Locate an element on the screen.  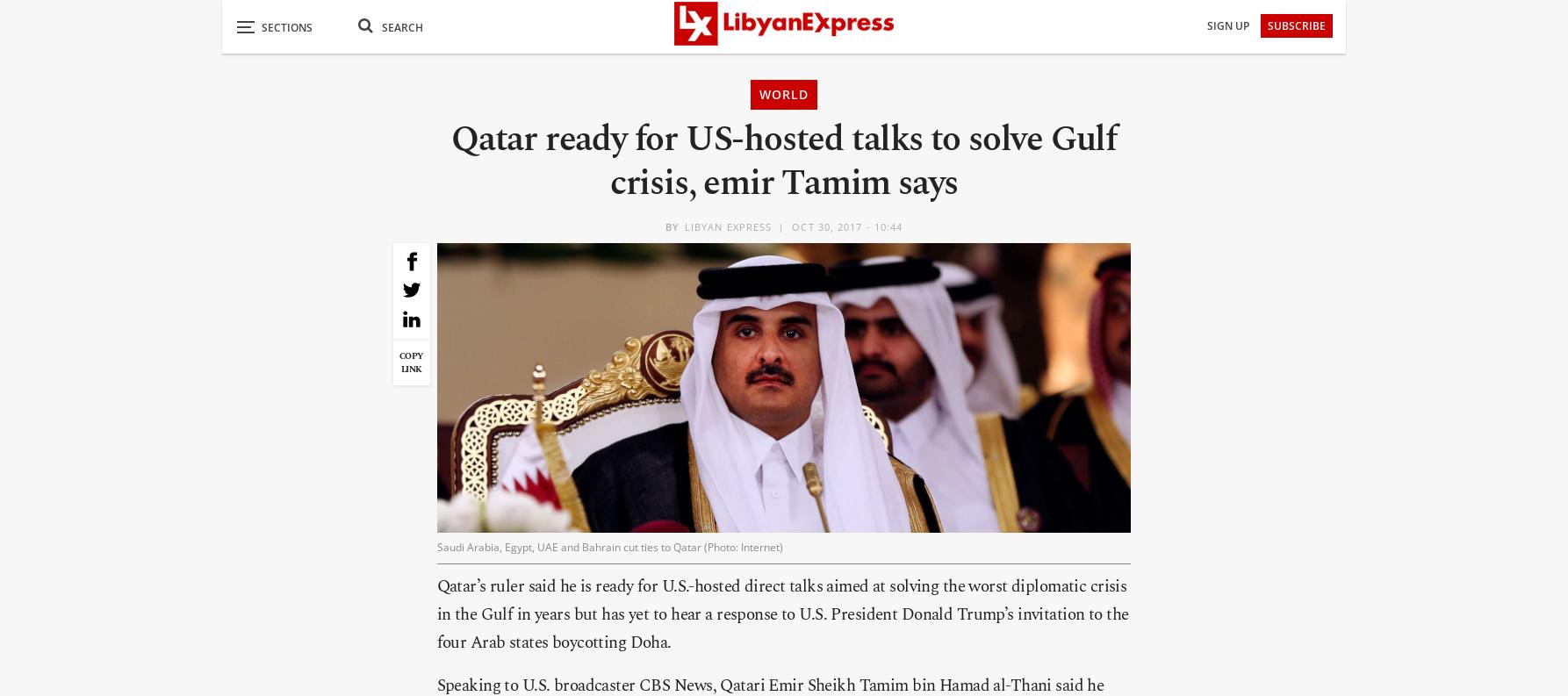
'Qatar’s ruler said he is ready for U.S.-hosted direct talks aimed at solving the worst diplomatic crisis in the Gulf in years but has yet to hear a response to U.S. President Donald Trump’s invitation to the four Arab states boycotting Doha.' is located at coordinates (781, 613).